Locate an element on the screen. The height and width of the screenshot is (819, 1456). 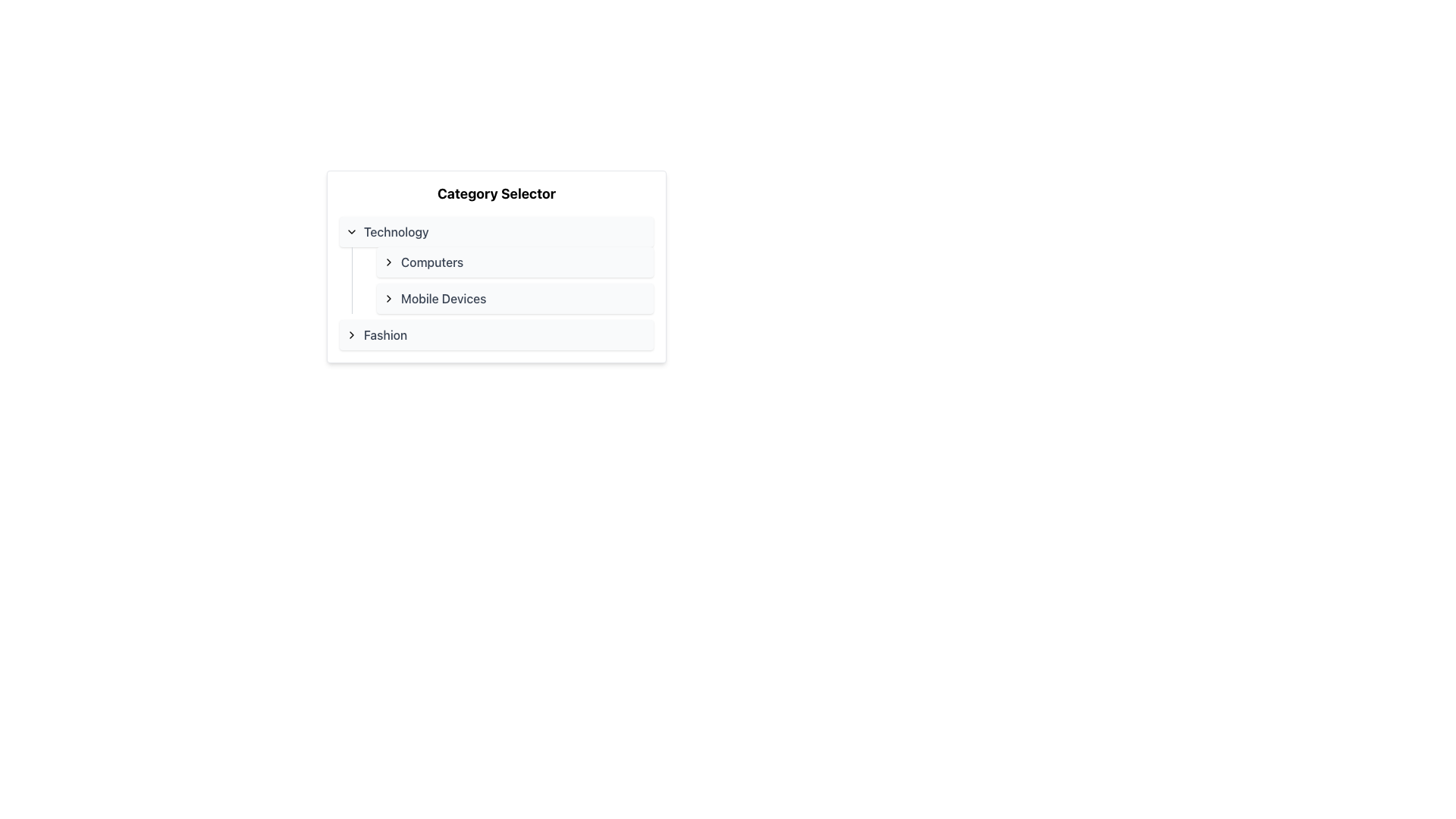
the text label for the selectable category option located in the 'Category Selector' section is located at coordinates (396, 231).